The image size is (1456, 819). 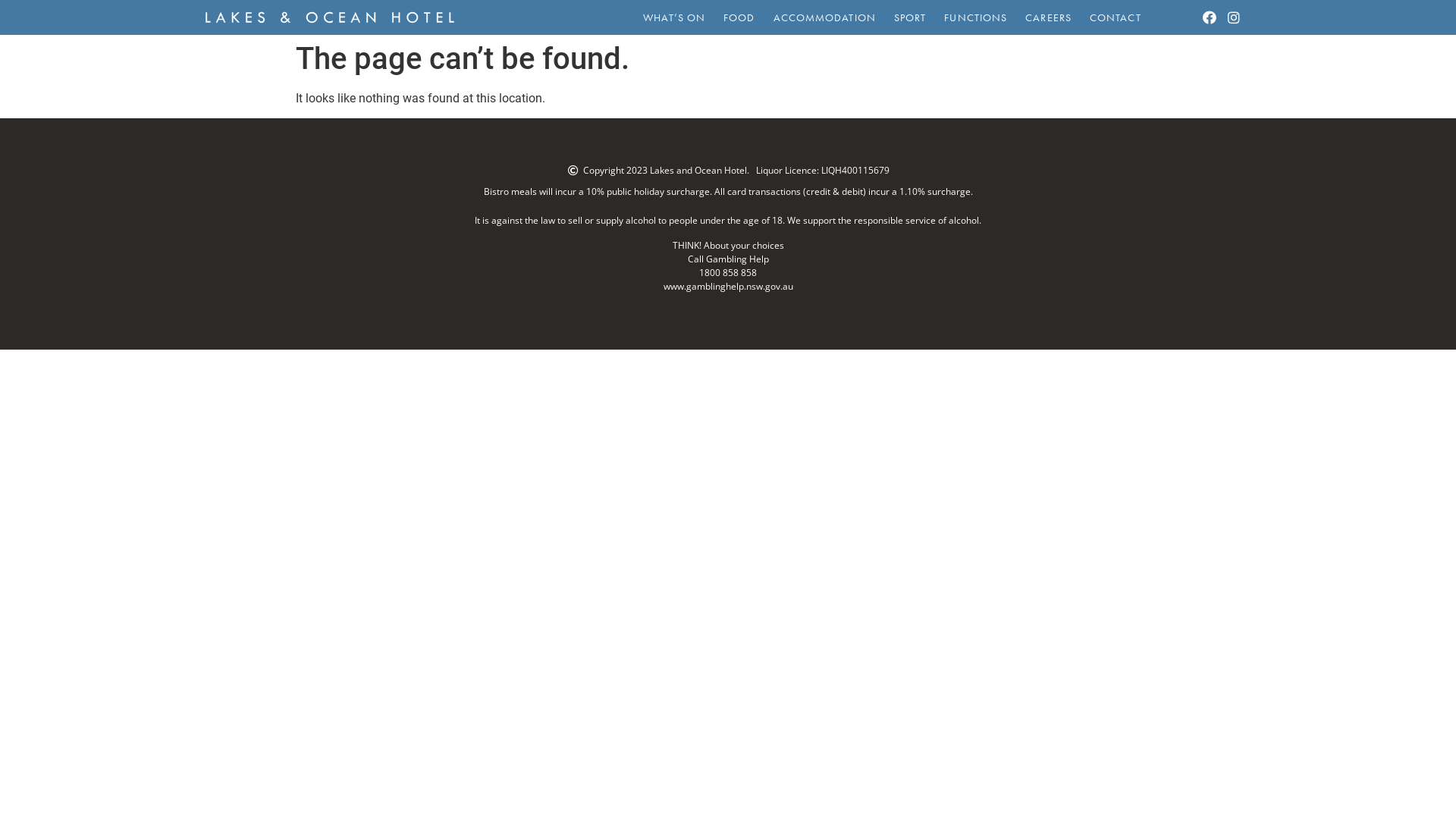 What do you see at coordinates (1047, 17) in the screenshot?
I see `'CAREERS'` at bounding box center [1047, 17].